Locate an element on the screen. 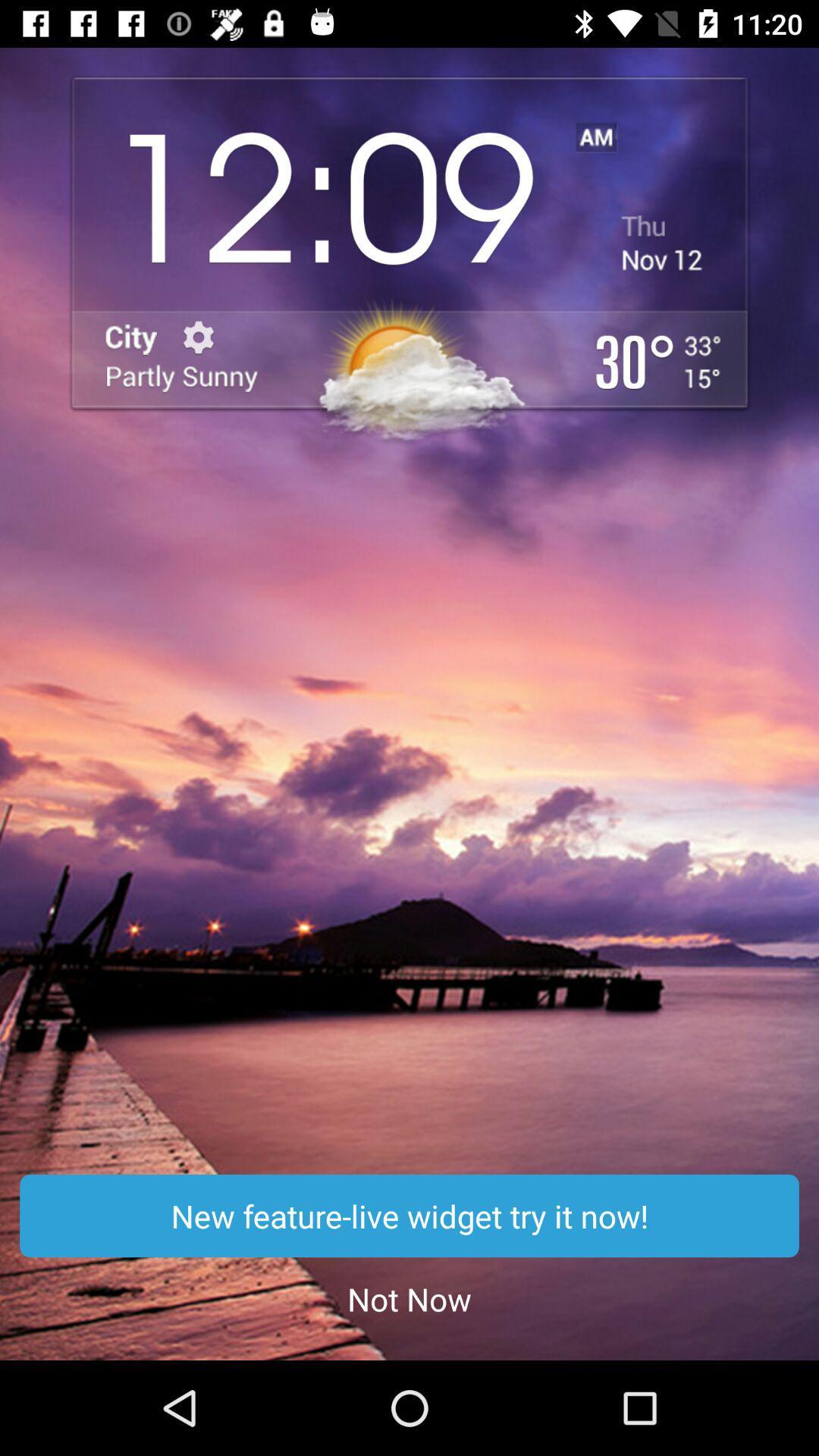 This screenshot has width=819, height=1456. new feature live icon is located at coordinates (409, 1216).